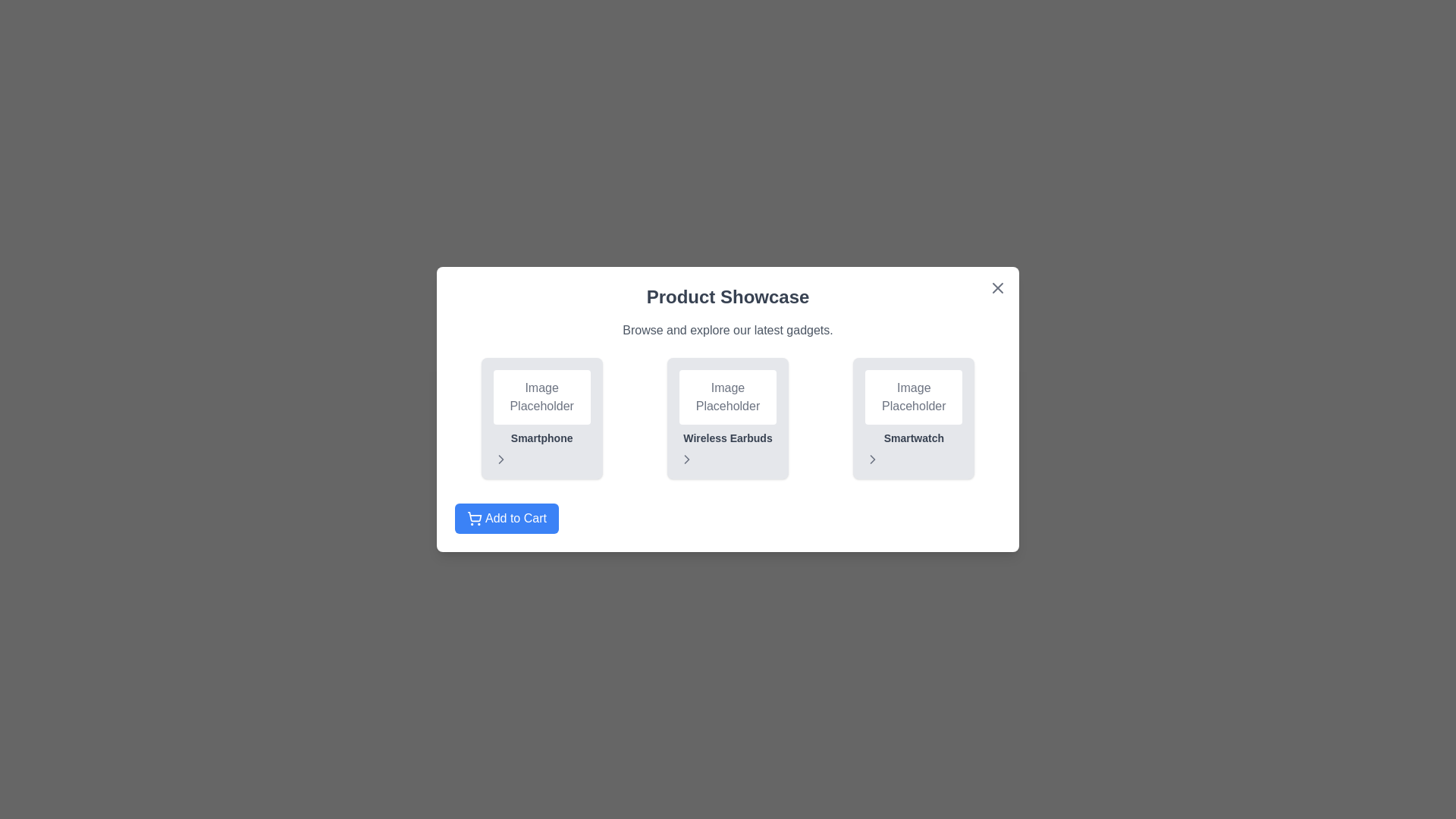 This screenshot has height=819, width=1456. What do you see at coordinates (728, 329) in the screenshot?
I see `the text label that reads 'Browse and explore our latest gadgets.' located below the header 'Product Showcase' in the upper-center of the modal` at bounding box center [728, 329].